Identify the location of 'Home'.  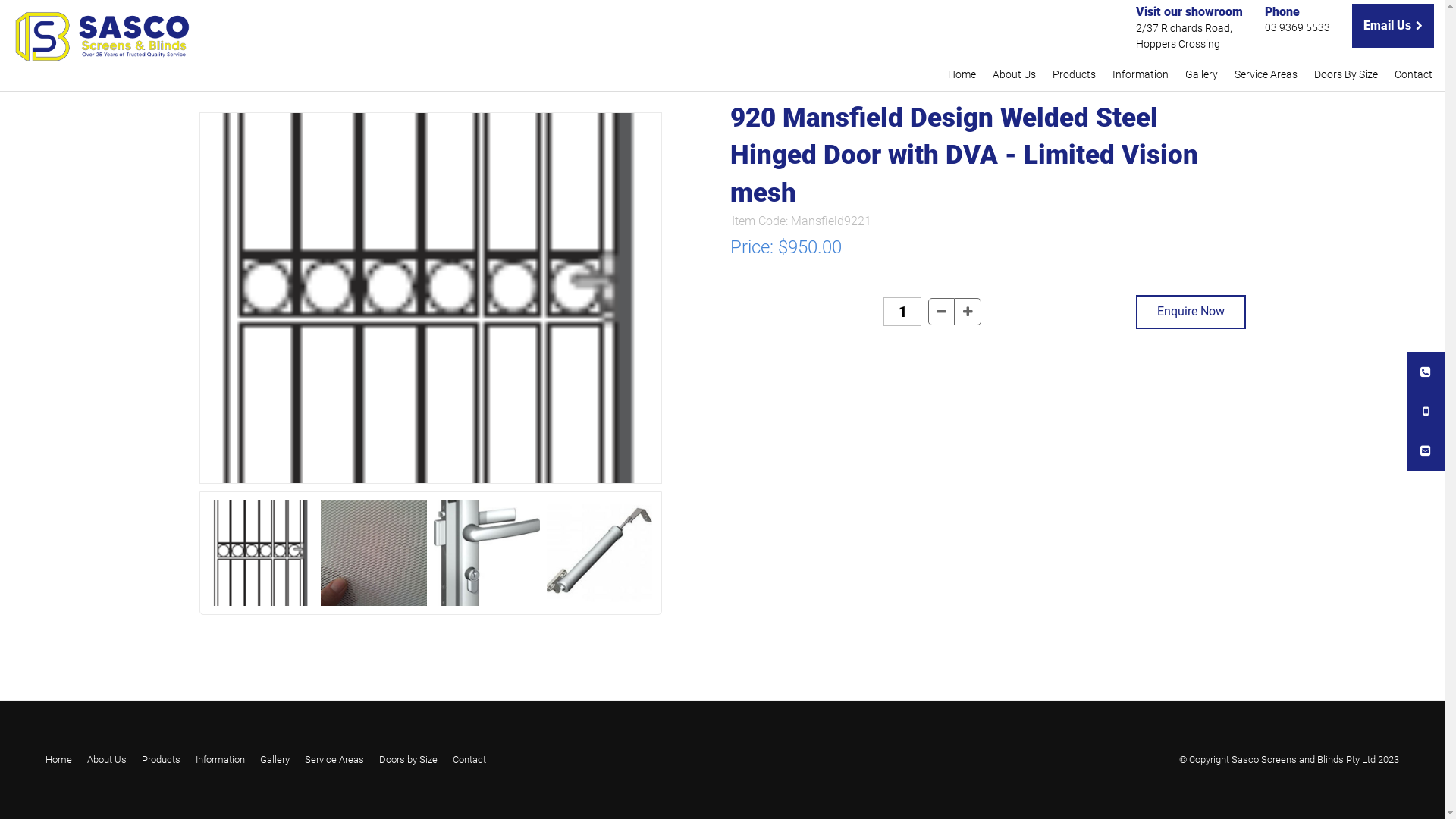
(58, 760).